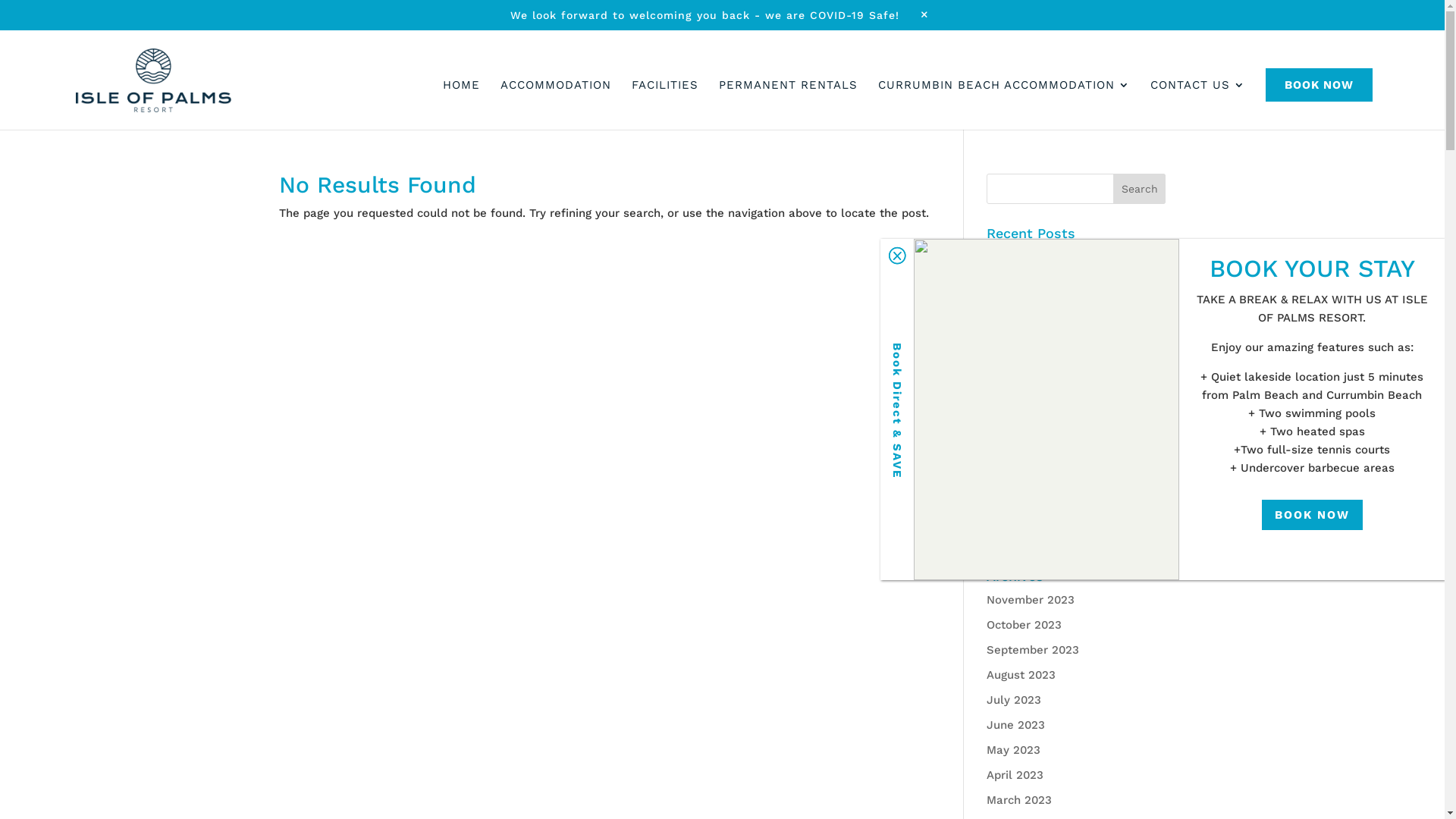 The width and height of the screenshot is (1456, 819). Describe the element at coordinates (1139, 188) in the screenshot. I see `'Search'` at that location.